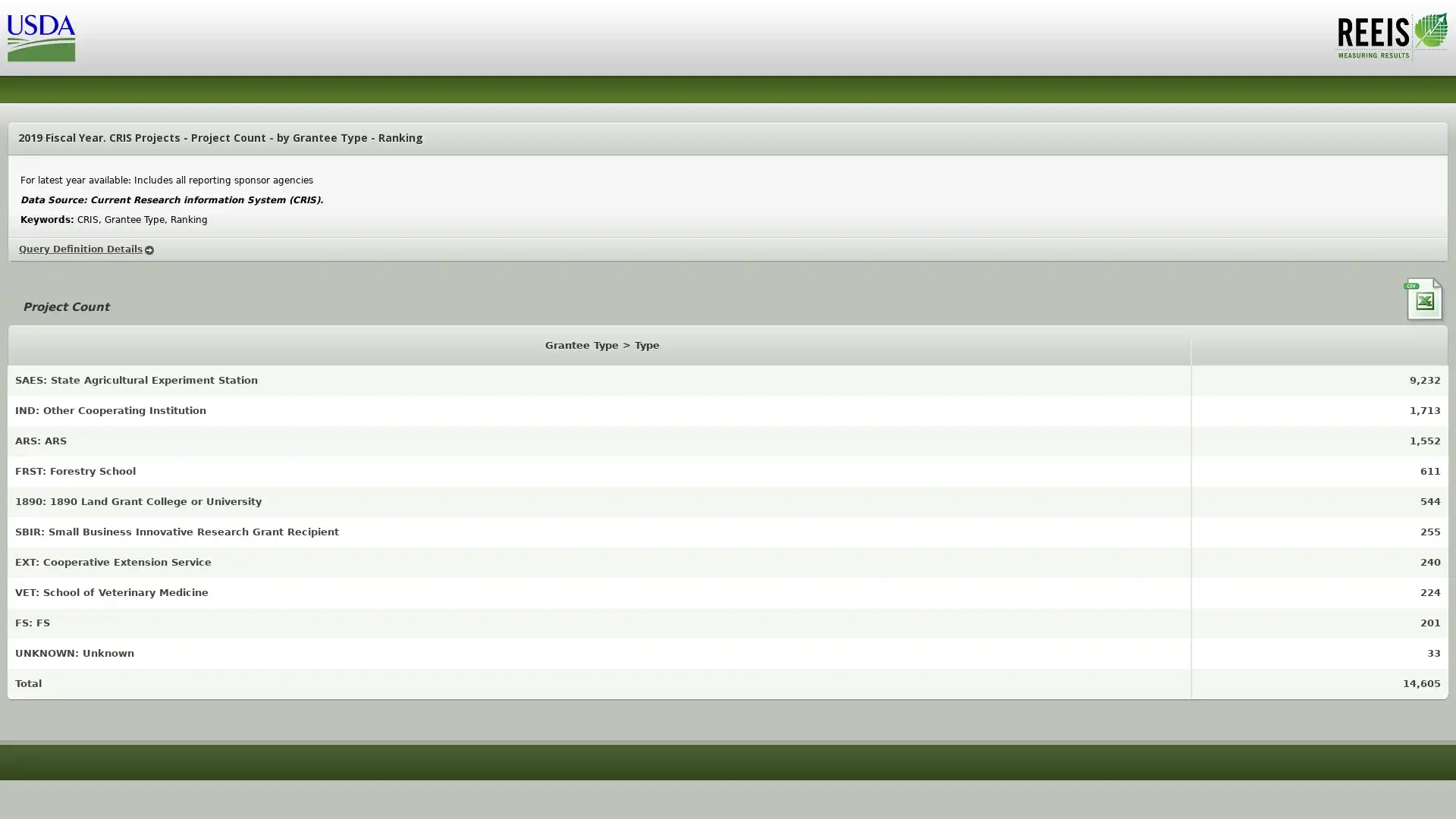 This screenshot has height=819, width=1456. I want to click on Click to export as CSV, so click(1425, 300).